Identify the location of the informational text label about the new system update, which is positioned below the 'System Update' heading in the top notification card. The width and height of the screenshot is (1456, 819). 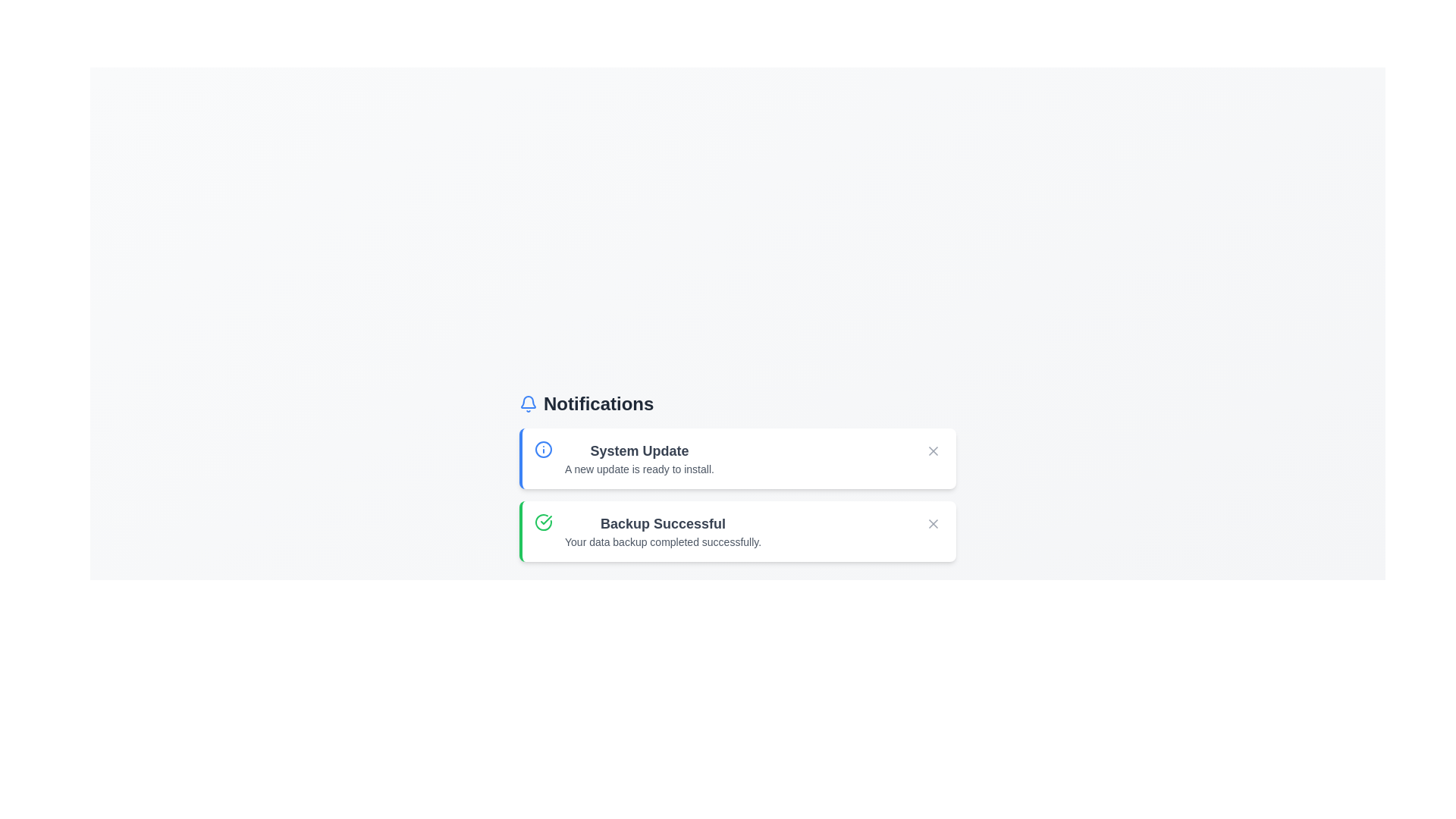
(639, 468).